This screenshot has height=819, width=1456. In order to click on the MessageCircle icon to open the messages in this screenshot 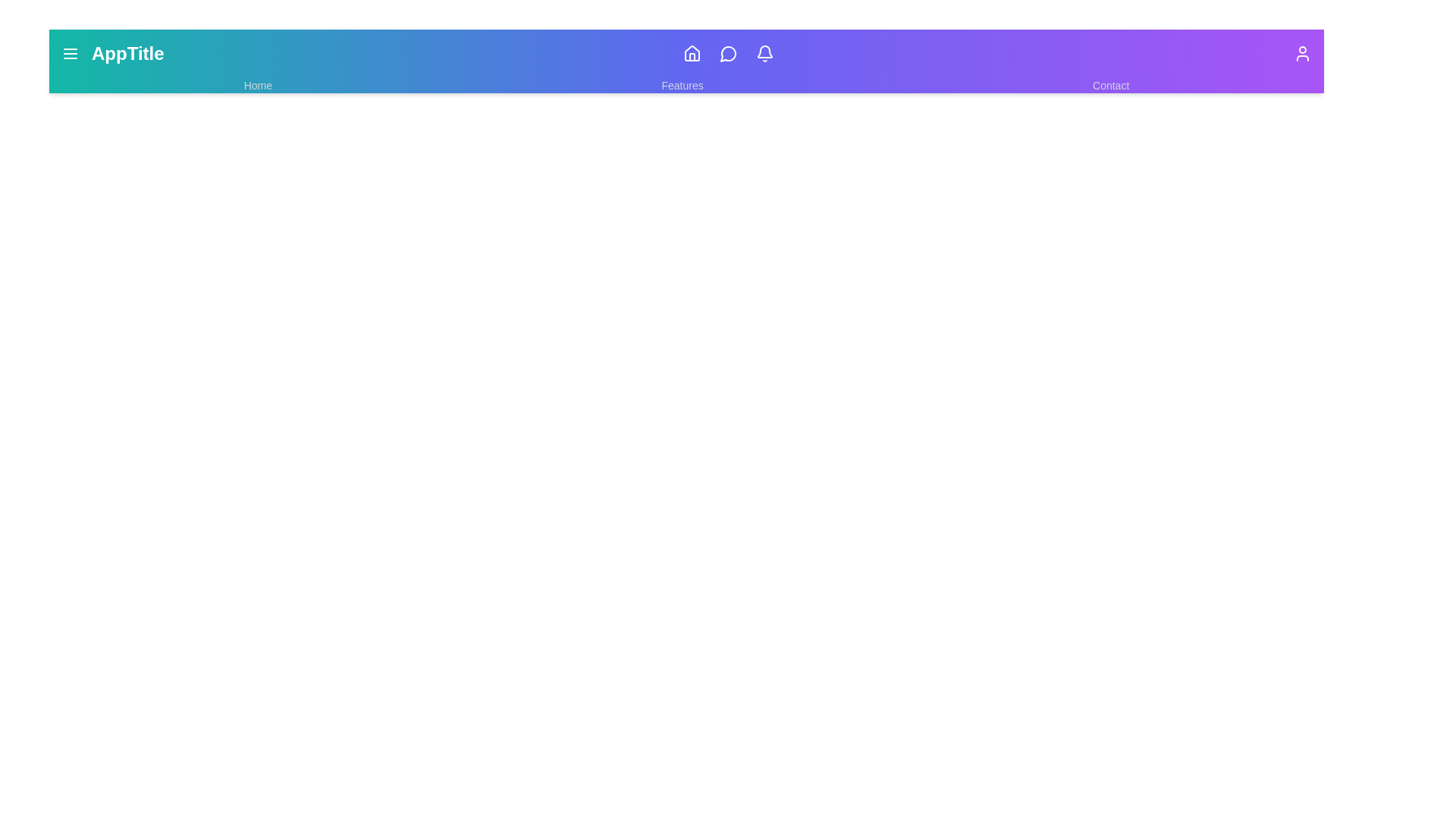, I will do `click(729, 52)`.